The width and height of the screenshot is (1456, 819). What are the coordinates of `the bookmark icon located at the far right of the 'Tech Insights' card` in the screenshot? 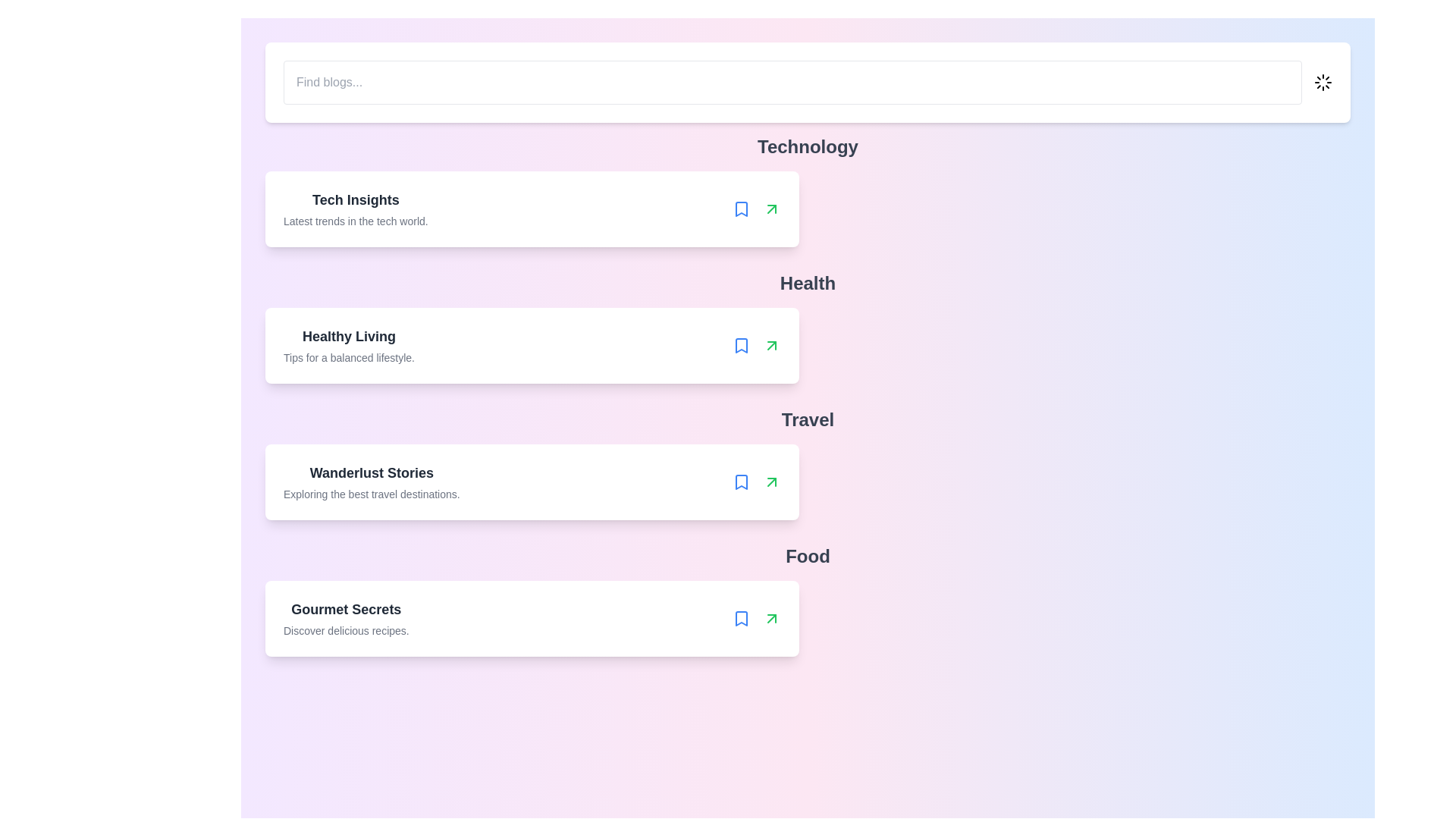 It's located at (741, 209).